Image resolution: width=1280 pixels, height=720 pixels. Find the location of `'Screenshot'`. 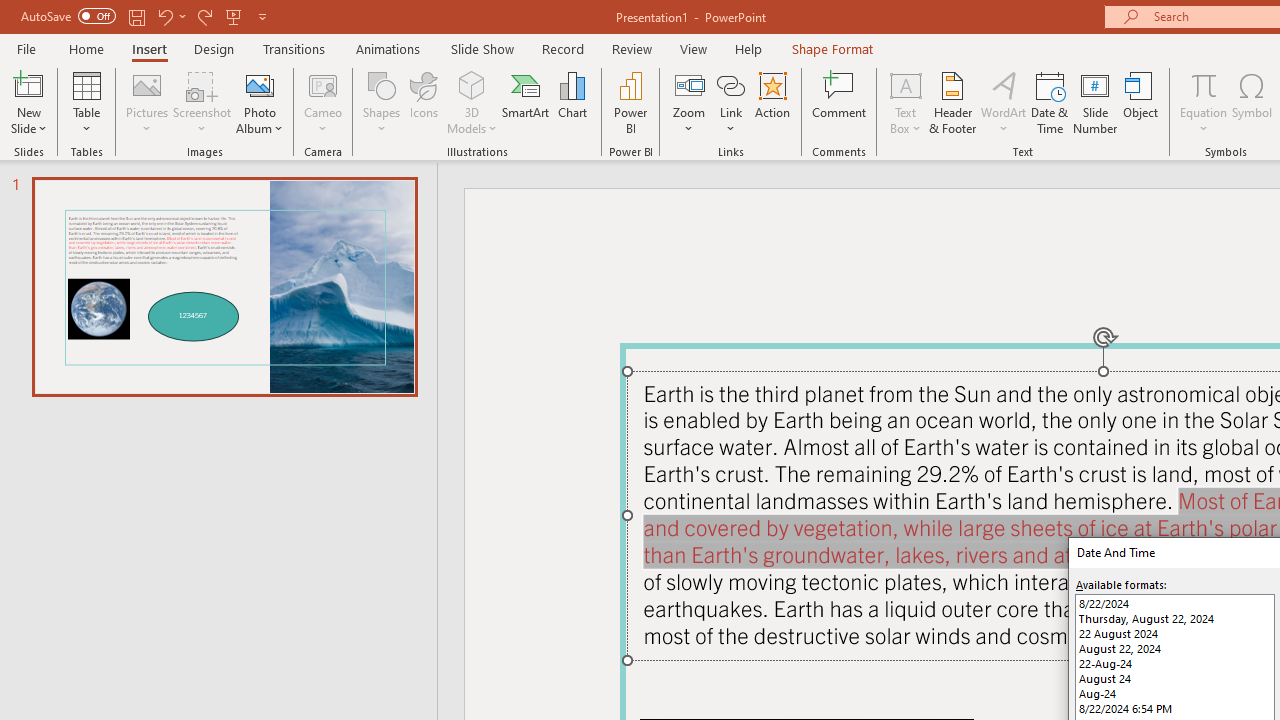

'Screenshot' is located at coordinates (202, 103).